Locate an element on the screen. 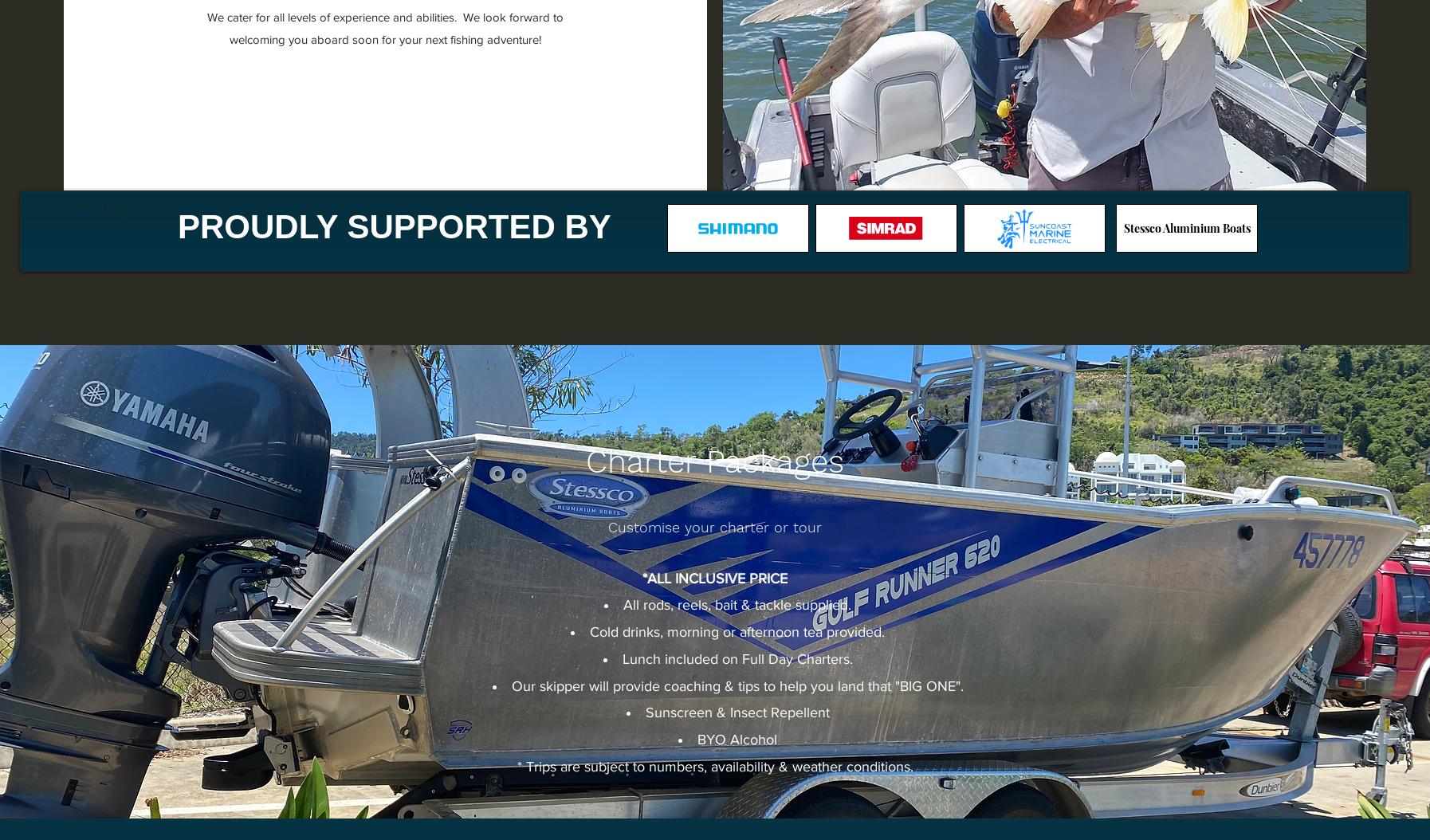 This screenshot has height=840, width=1430. 'Our skipper will provide coaching & tips to help you land that "BIG ONE".' is located at coordinates (736, 685).